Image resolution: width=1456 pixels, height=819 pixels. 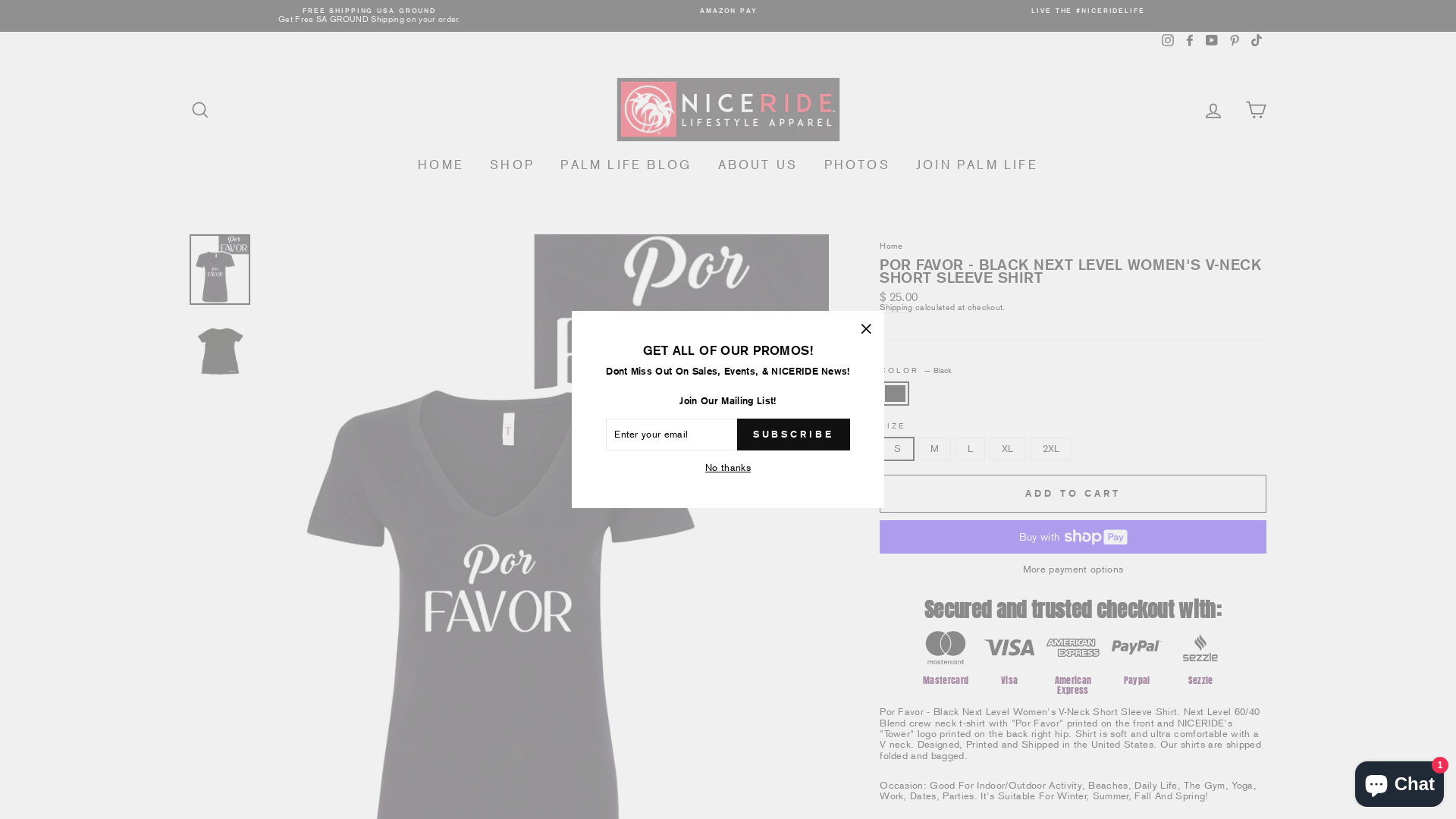 What do you see at coordinates (1256, 40) in the screenshot?
I see `'TikTok'` at bounding box center [1256, 40].